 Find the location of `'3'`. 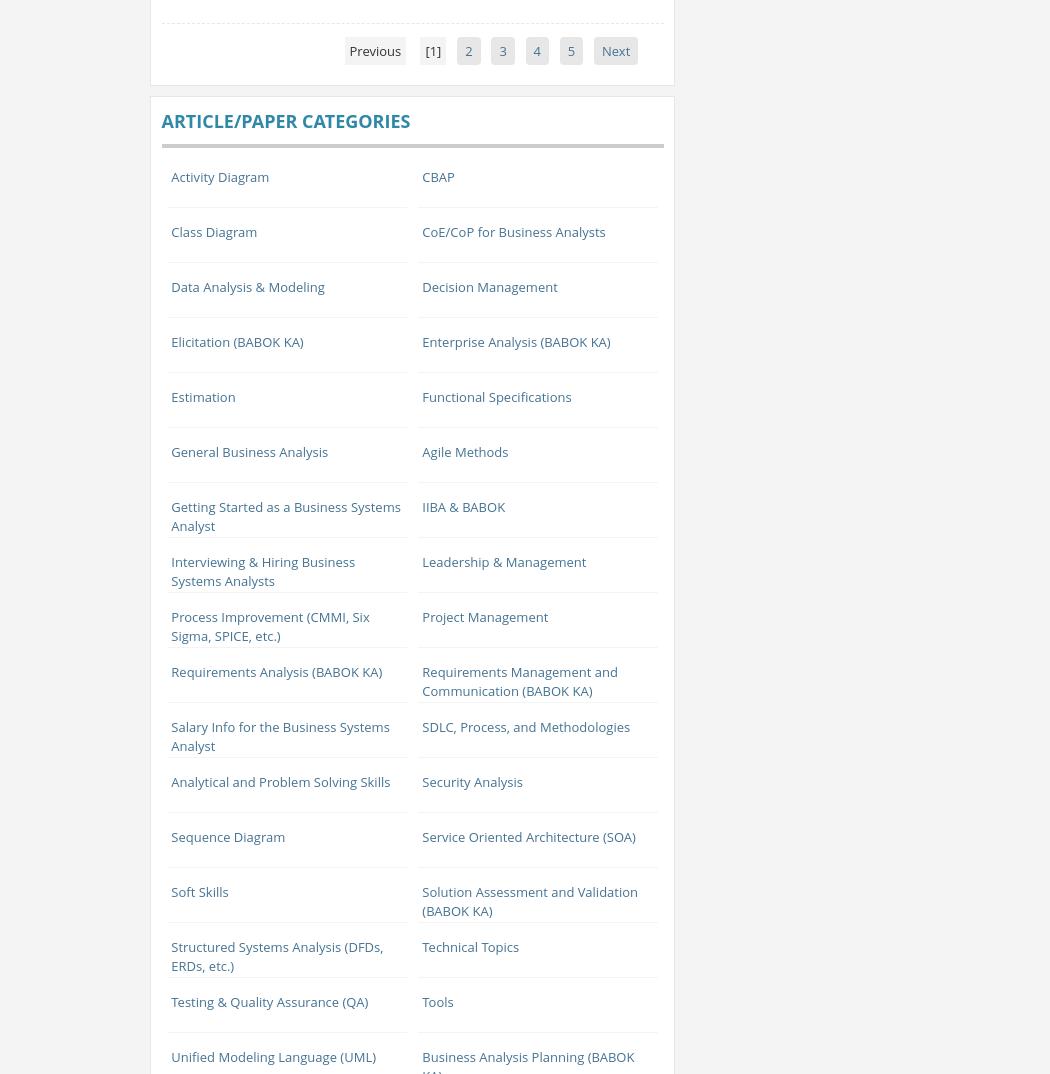

'3' is located at coordinates (501, 50).